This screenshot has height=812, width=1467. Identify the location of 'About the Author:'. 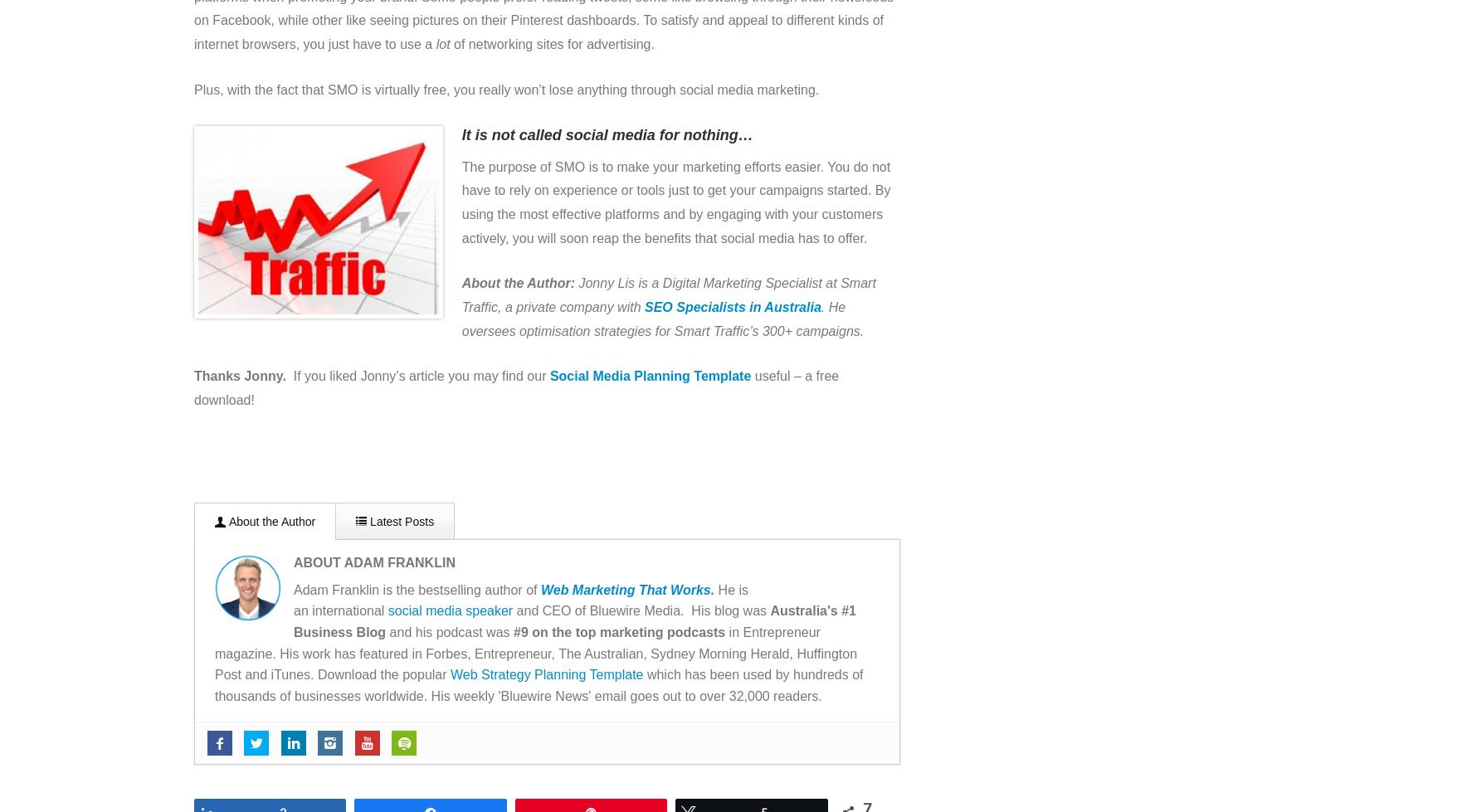
(519, 283).